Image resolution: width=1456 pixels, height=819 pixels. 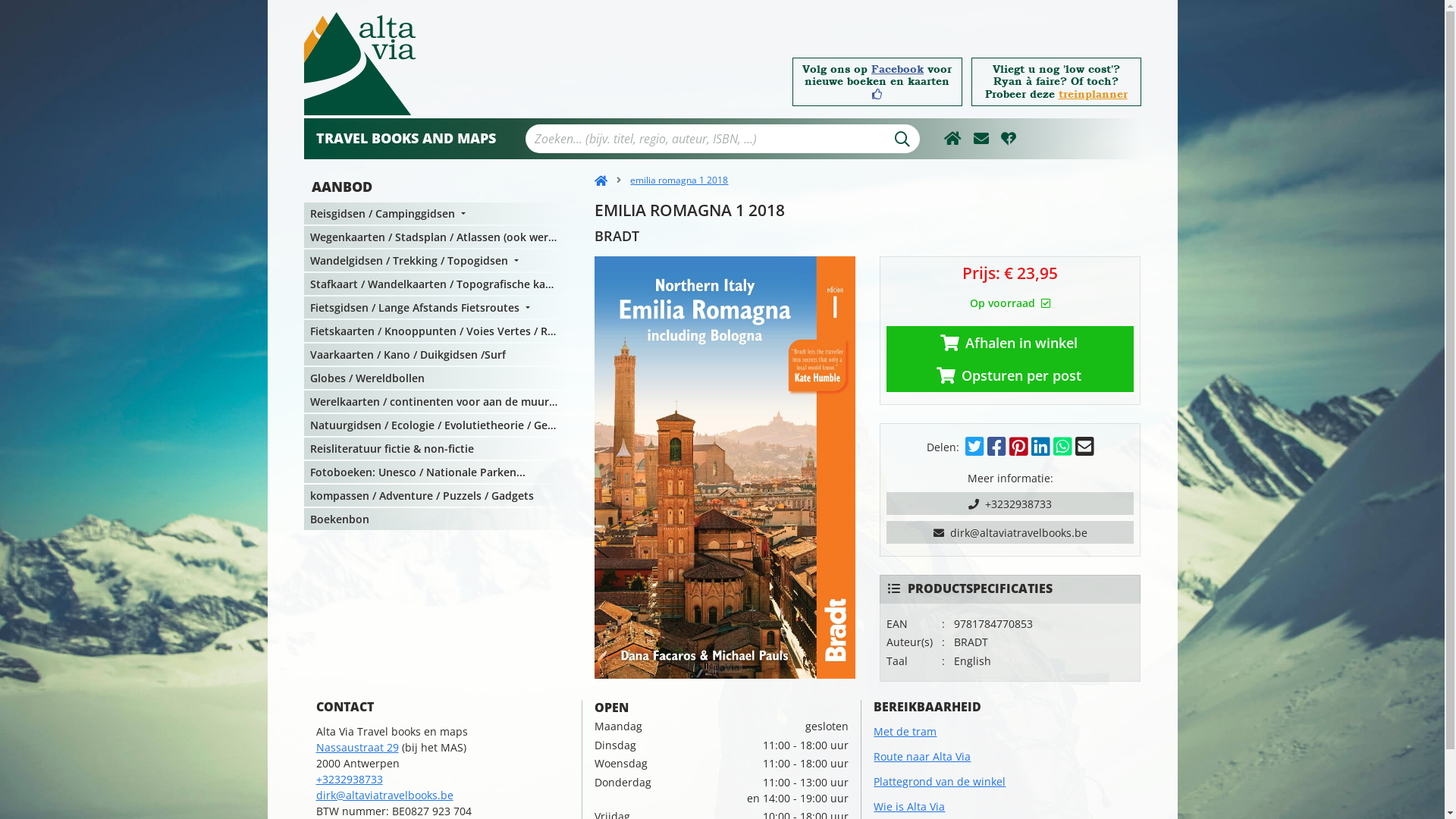 What do you see at coordinates (356, 746) in the screenshot?
I see `'Nassaustraat 29'` at bounding box center [356, 746].